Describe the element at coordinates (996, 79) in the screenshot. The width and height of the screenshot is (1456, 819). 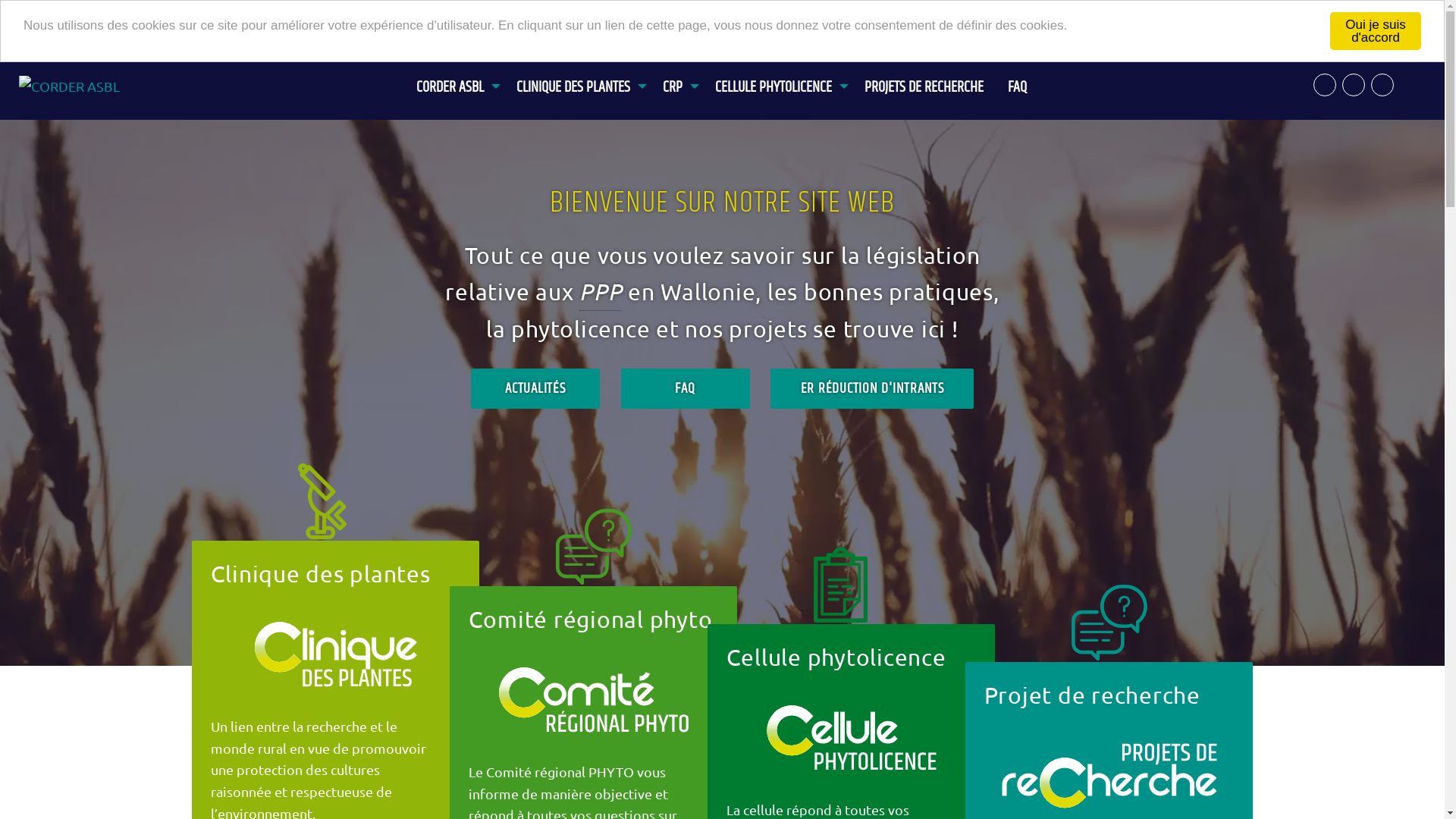
I see `'FAQ'` at that location.